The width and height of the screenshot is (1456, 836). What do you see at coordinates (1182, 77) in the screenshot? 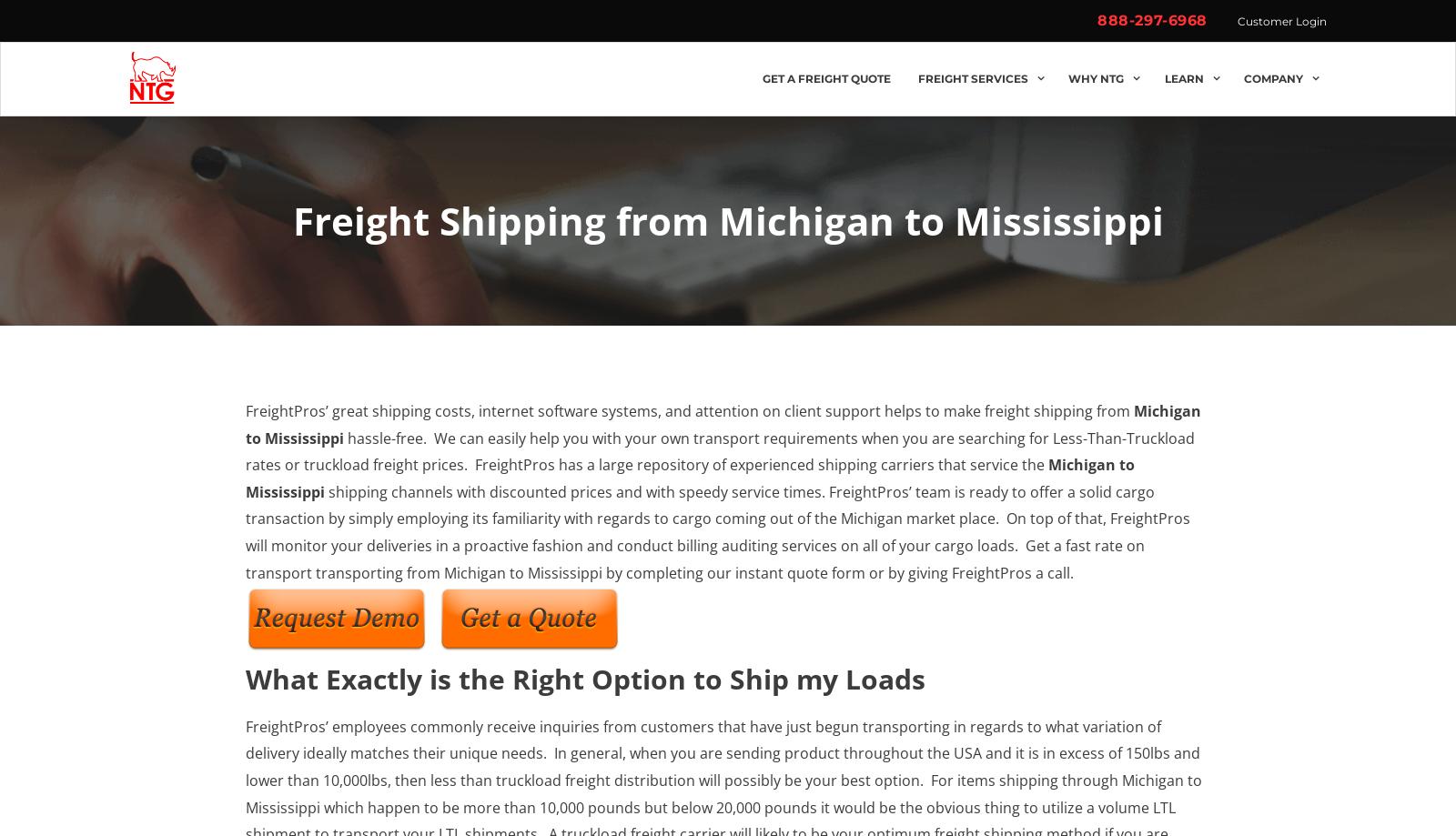
I see `'Learn'` at bounding box center [1182, 77].